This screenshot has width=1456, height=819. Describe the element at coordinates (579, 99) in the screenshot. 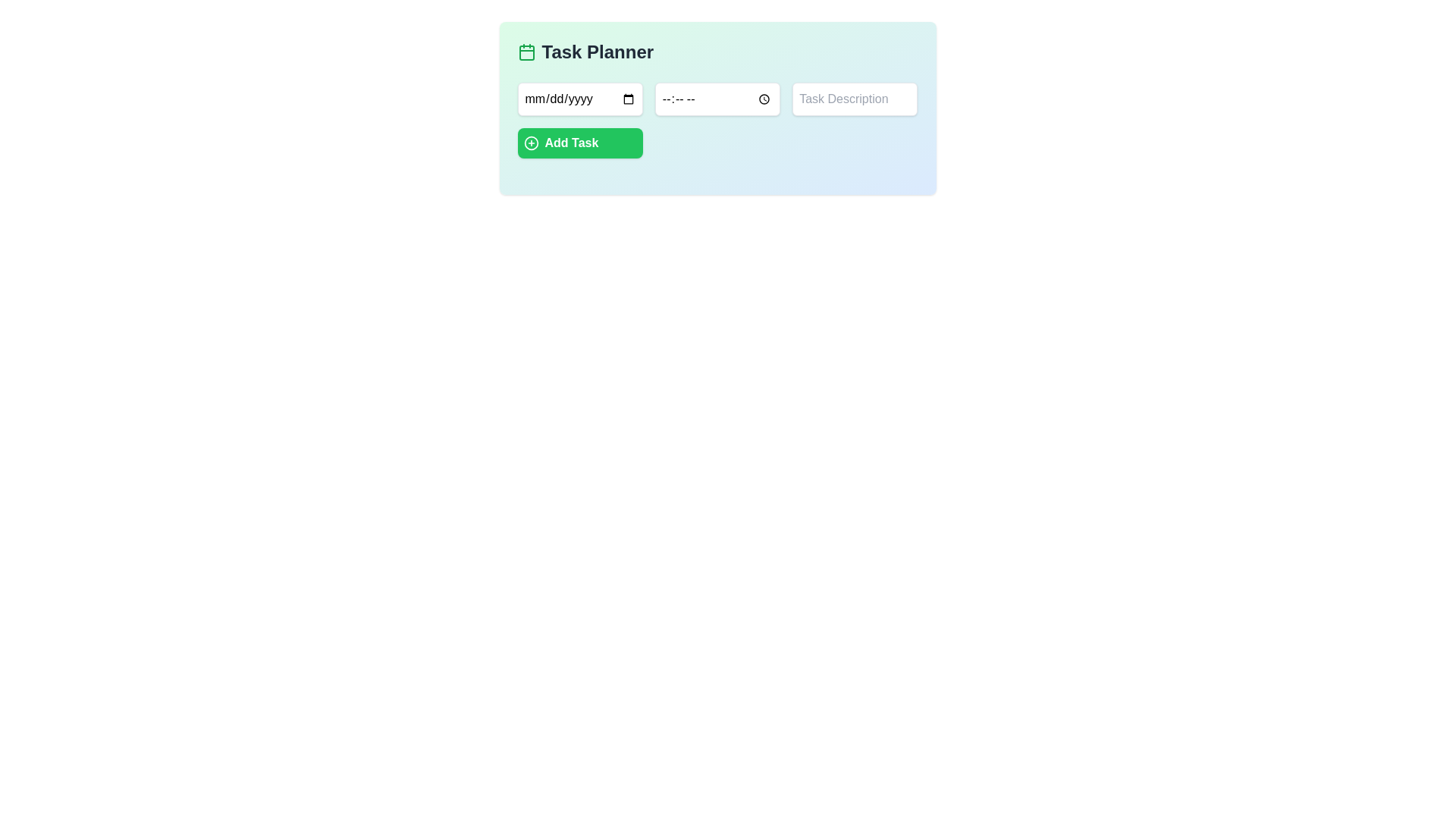

I see `the Date input field located within the 'Task Planner' segment to focus and start typing` at that location.